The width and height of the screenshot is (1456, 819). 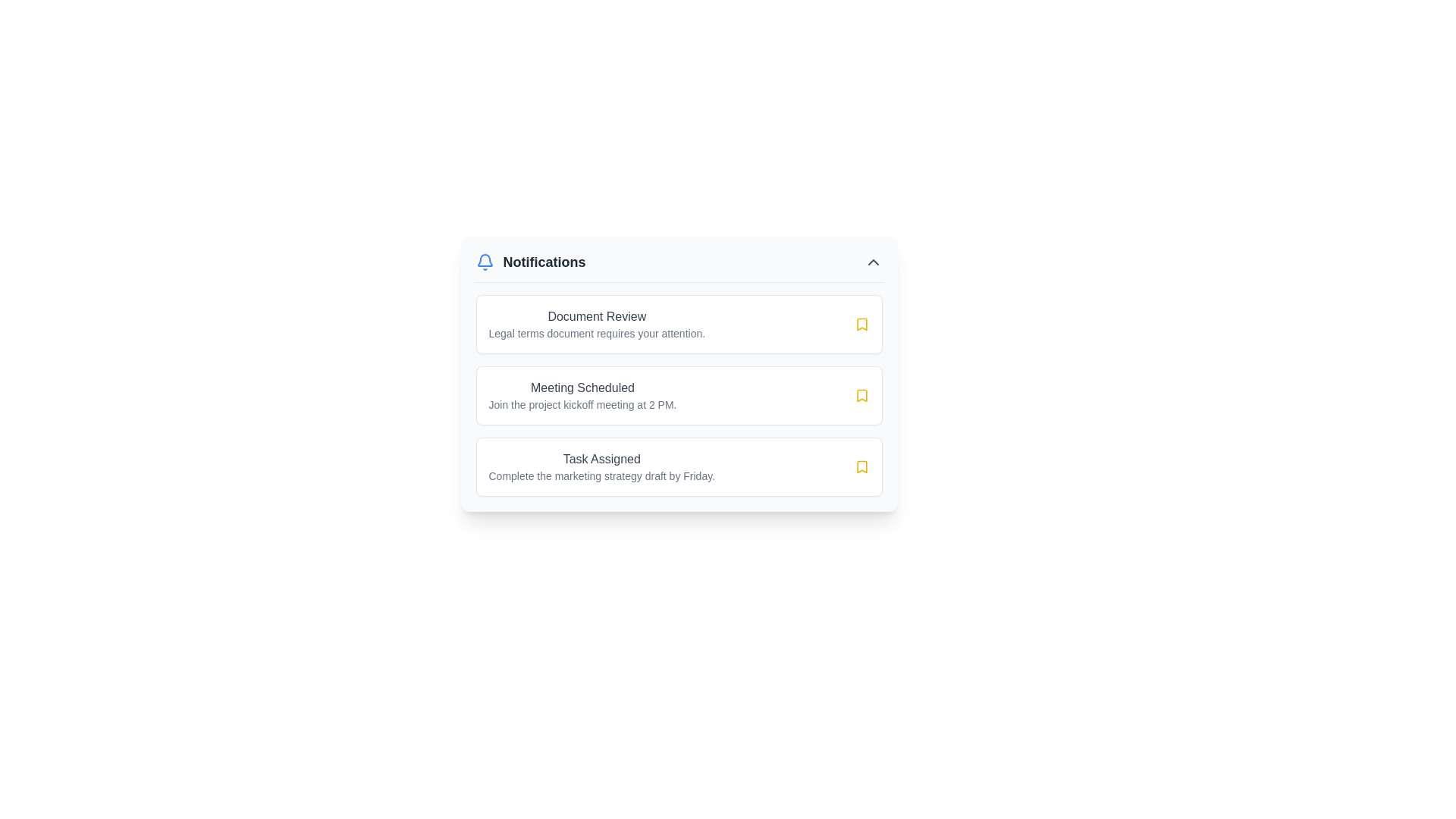 I want to click on the header label for the notifications section, which indicates the type of information below, so click(x=531, y=262).